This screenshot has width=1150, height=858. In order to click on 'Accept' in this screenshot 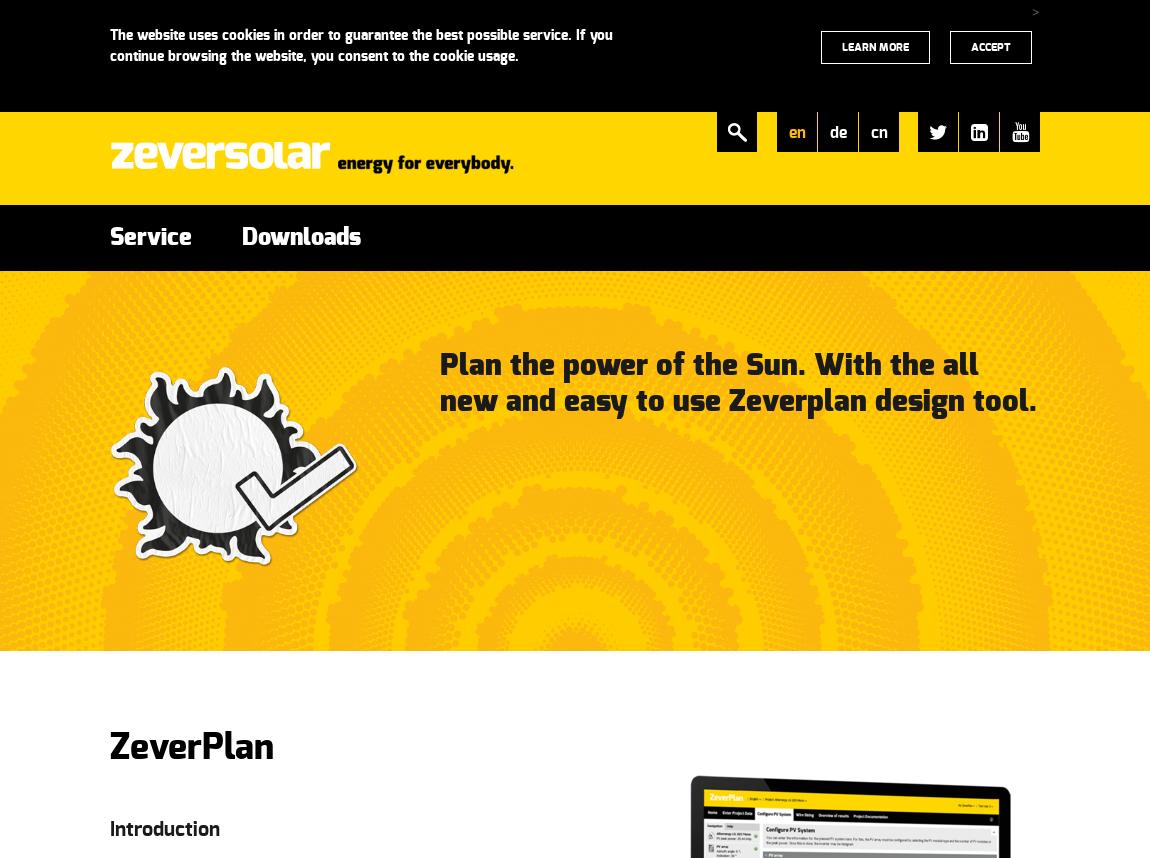, I will do `click(990, 46)`.